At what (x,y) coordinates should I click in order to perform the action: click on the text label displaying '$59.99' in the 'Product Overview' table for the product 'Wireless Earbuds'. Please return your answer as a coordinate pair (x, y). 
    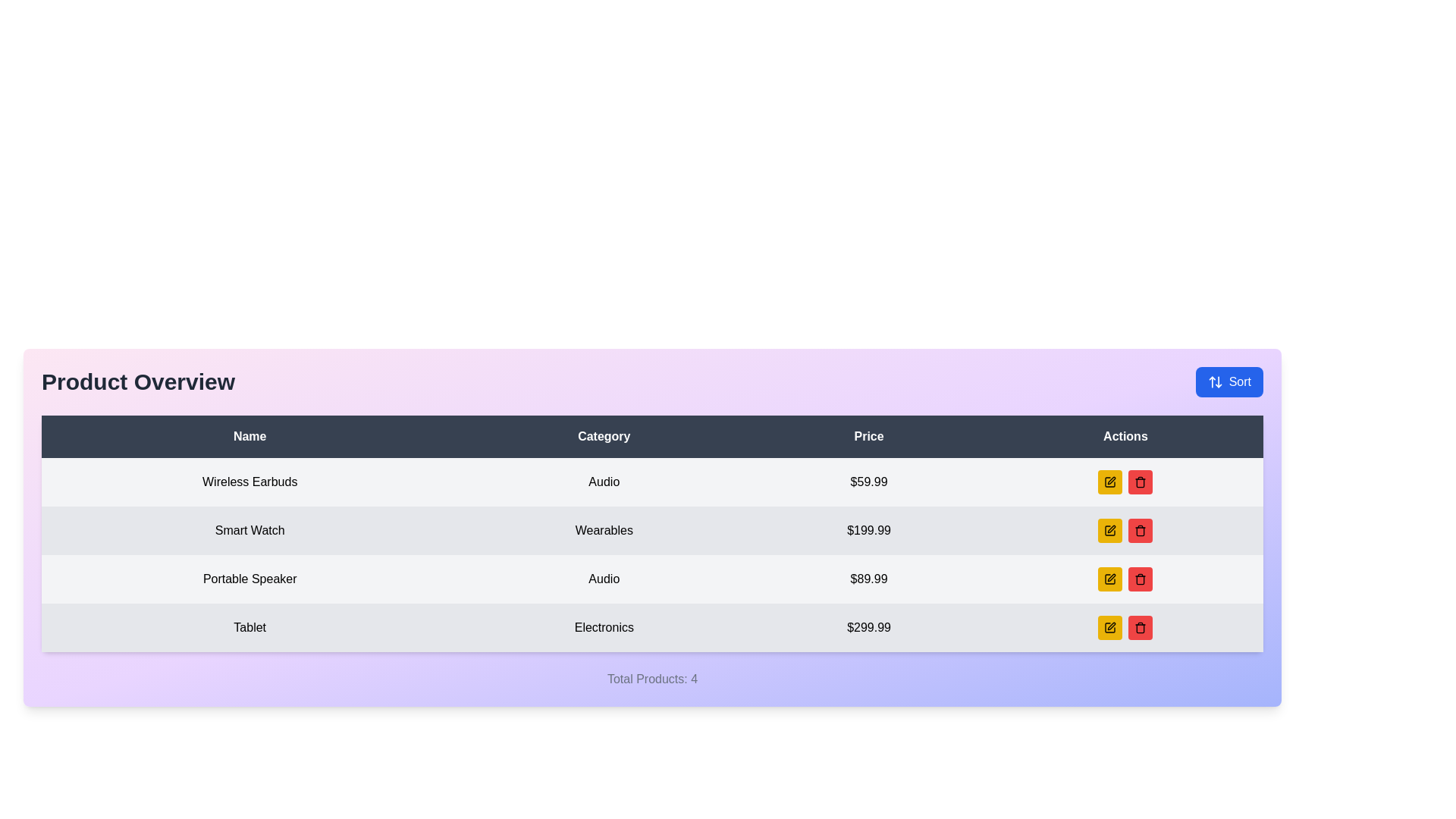
    Looking at the image, I should click on (869, 482).